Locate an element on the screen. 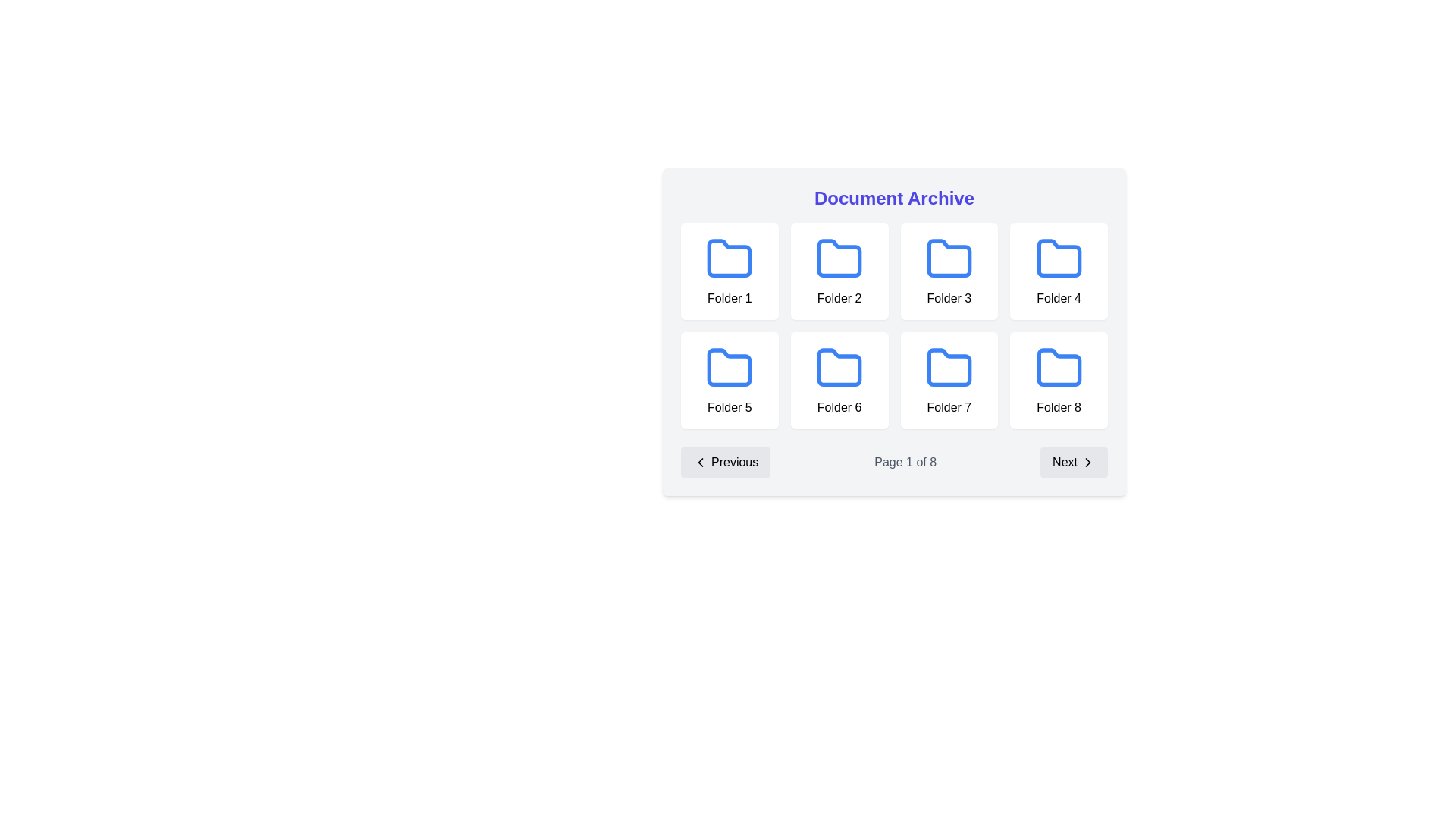 The image size is (1456, 819). the text label that serves as a name or content descriptor for the associated folder, located in the second row, fourth column of the grid is located at coordinates (948, 406).